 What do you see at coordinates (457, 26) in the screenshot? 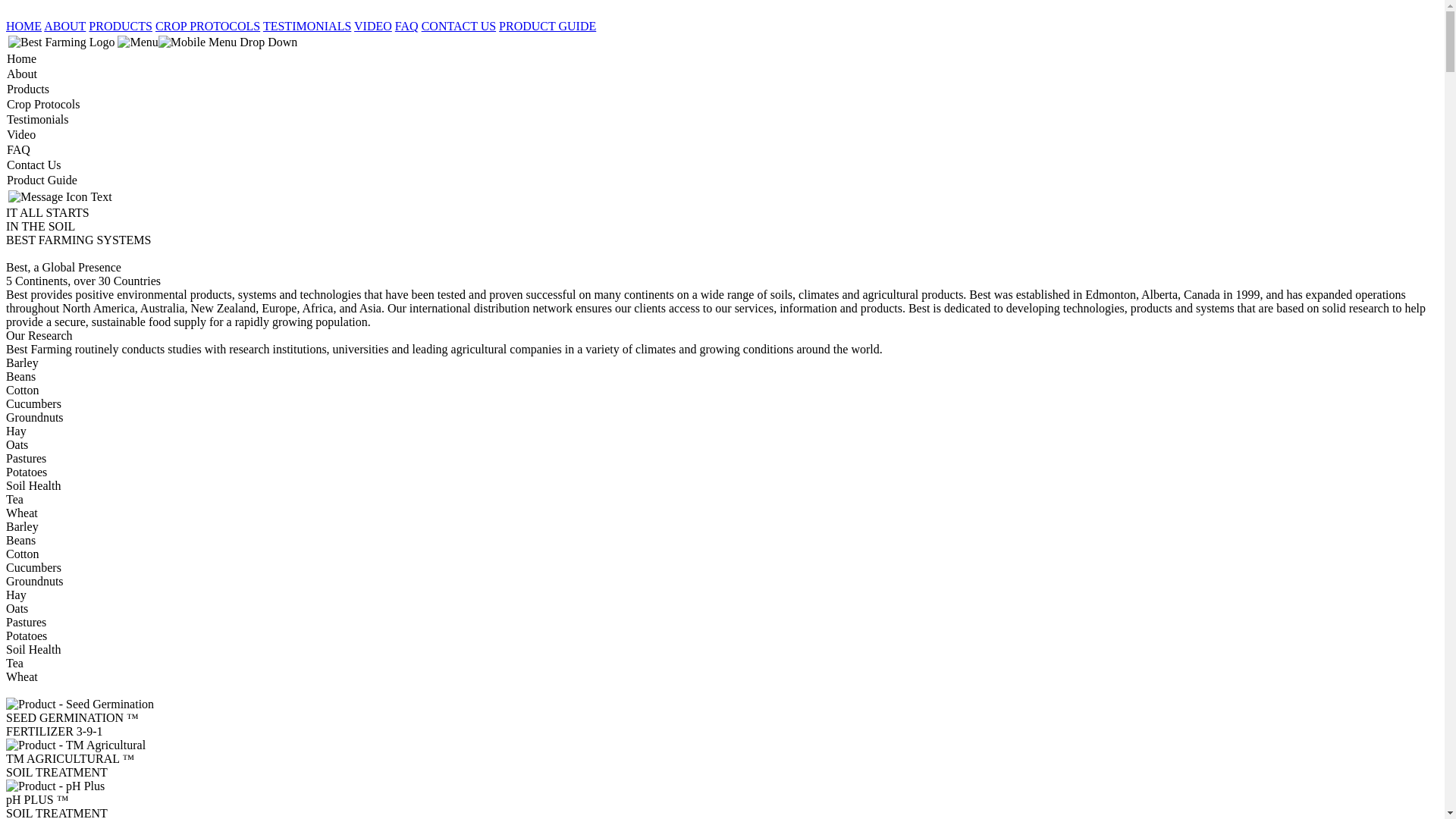
I see `'CONTACT US'` at bounding box center [457, 26].